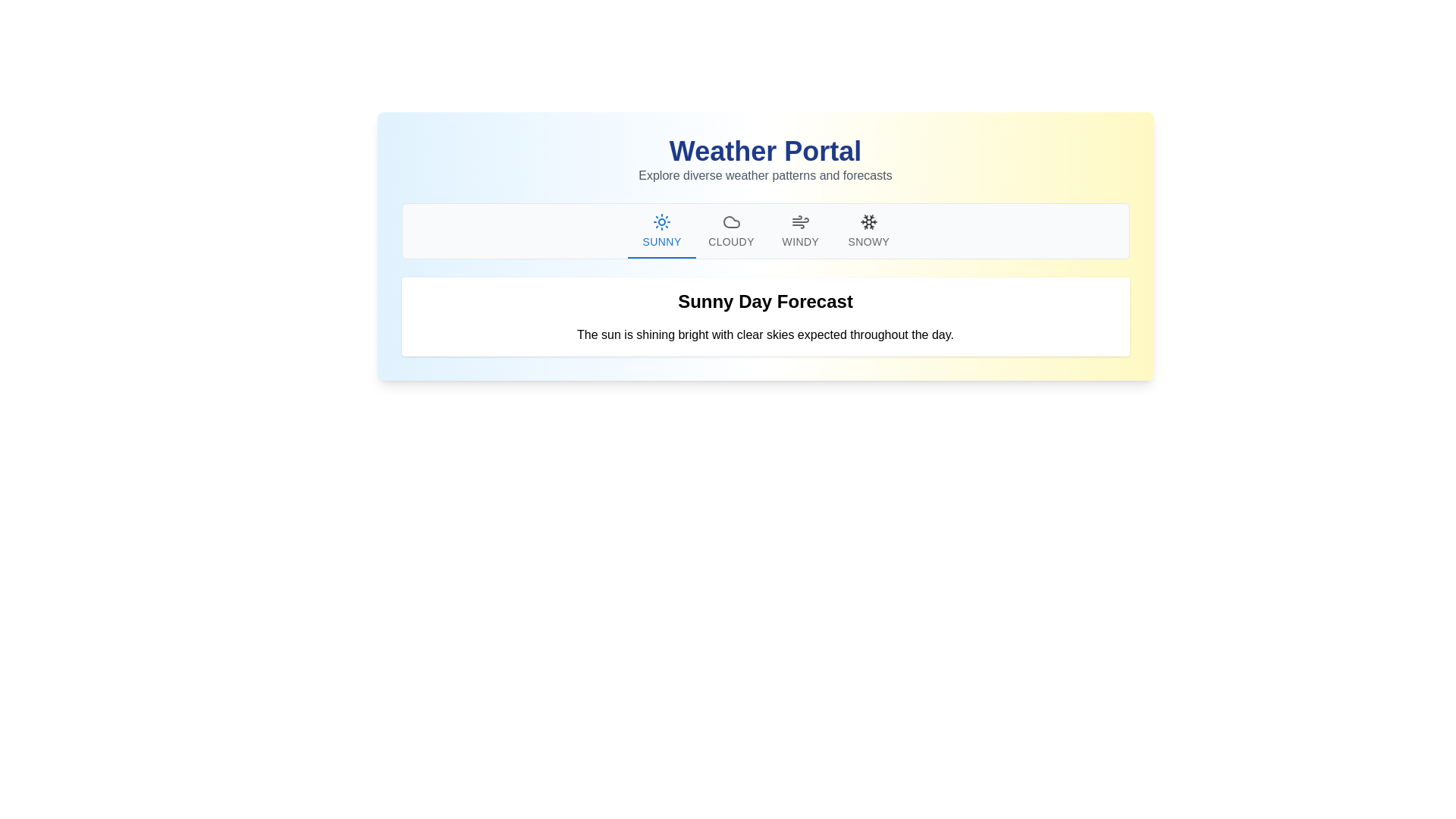  What do you see at coordinates (731, 231) in the screenshot?
I see `the 'Cloudy' tab button` at bounding box center [731, 231].